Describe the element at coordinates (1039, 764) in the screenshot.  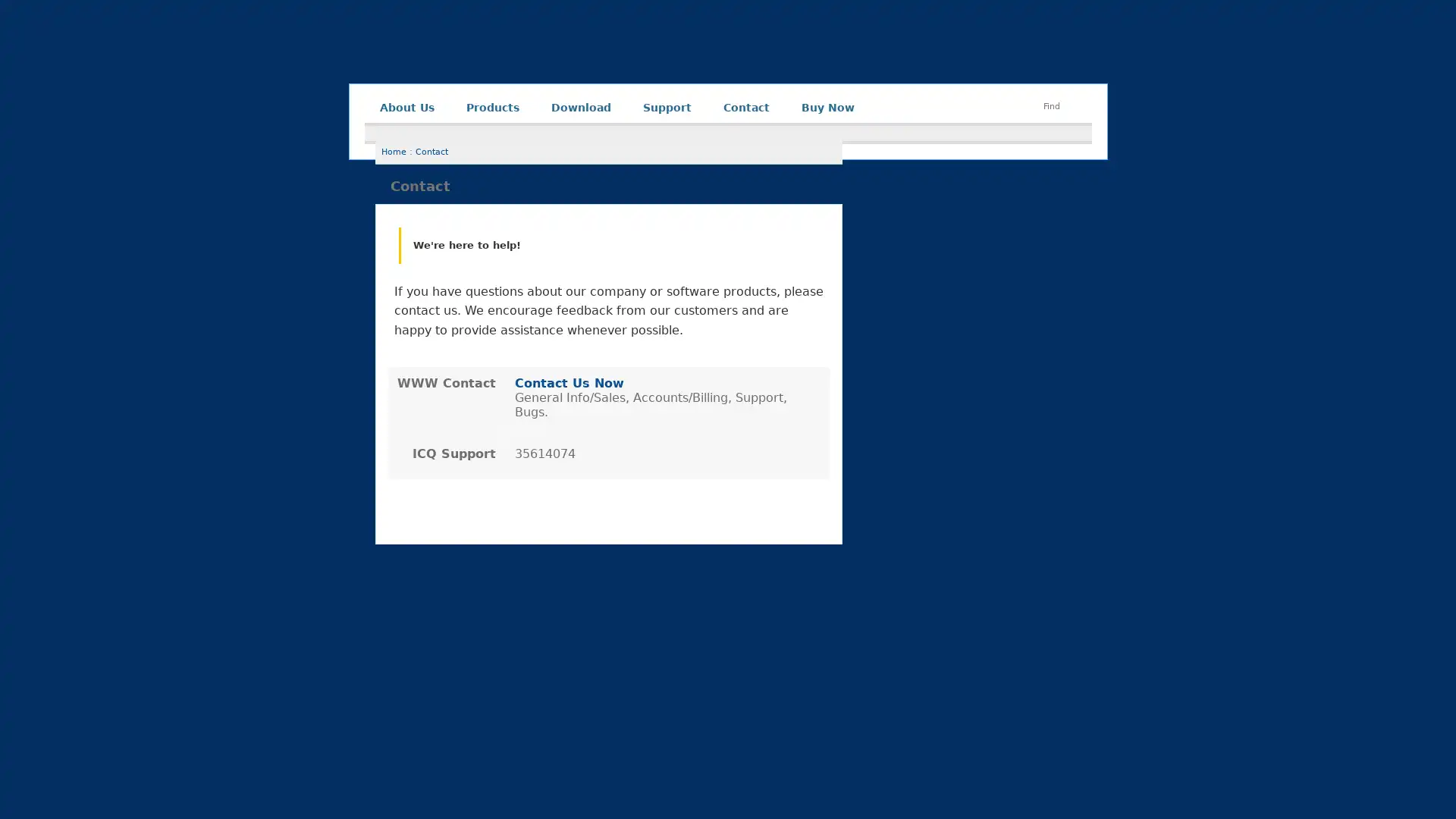
I see `Go` at that location.